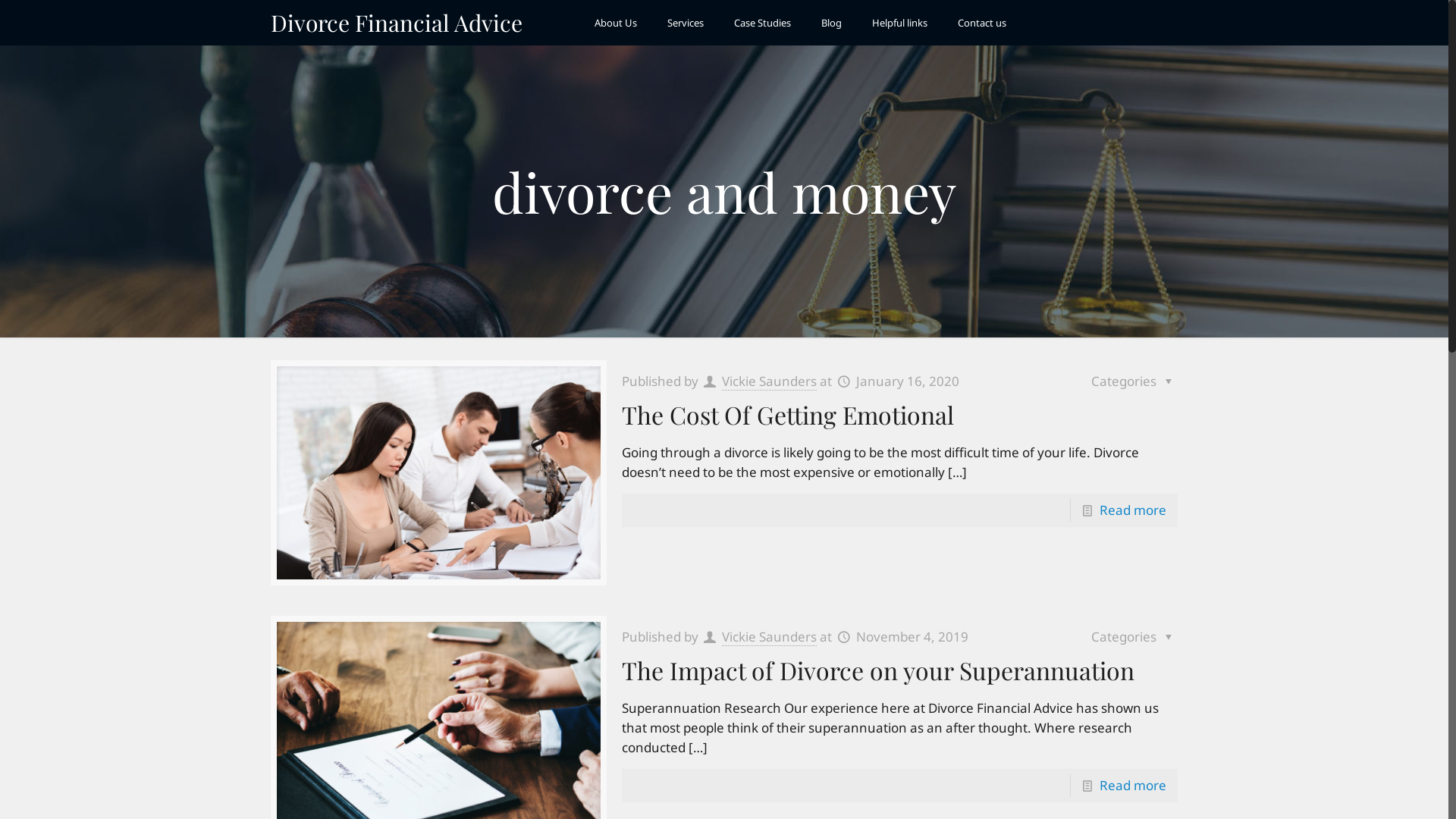  I want to click on 'Useful Tools', so click(789, 626).